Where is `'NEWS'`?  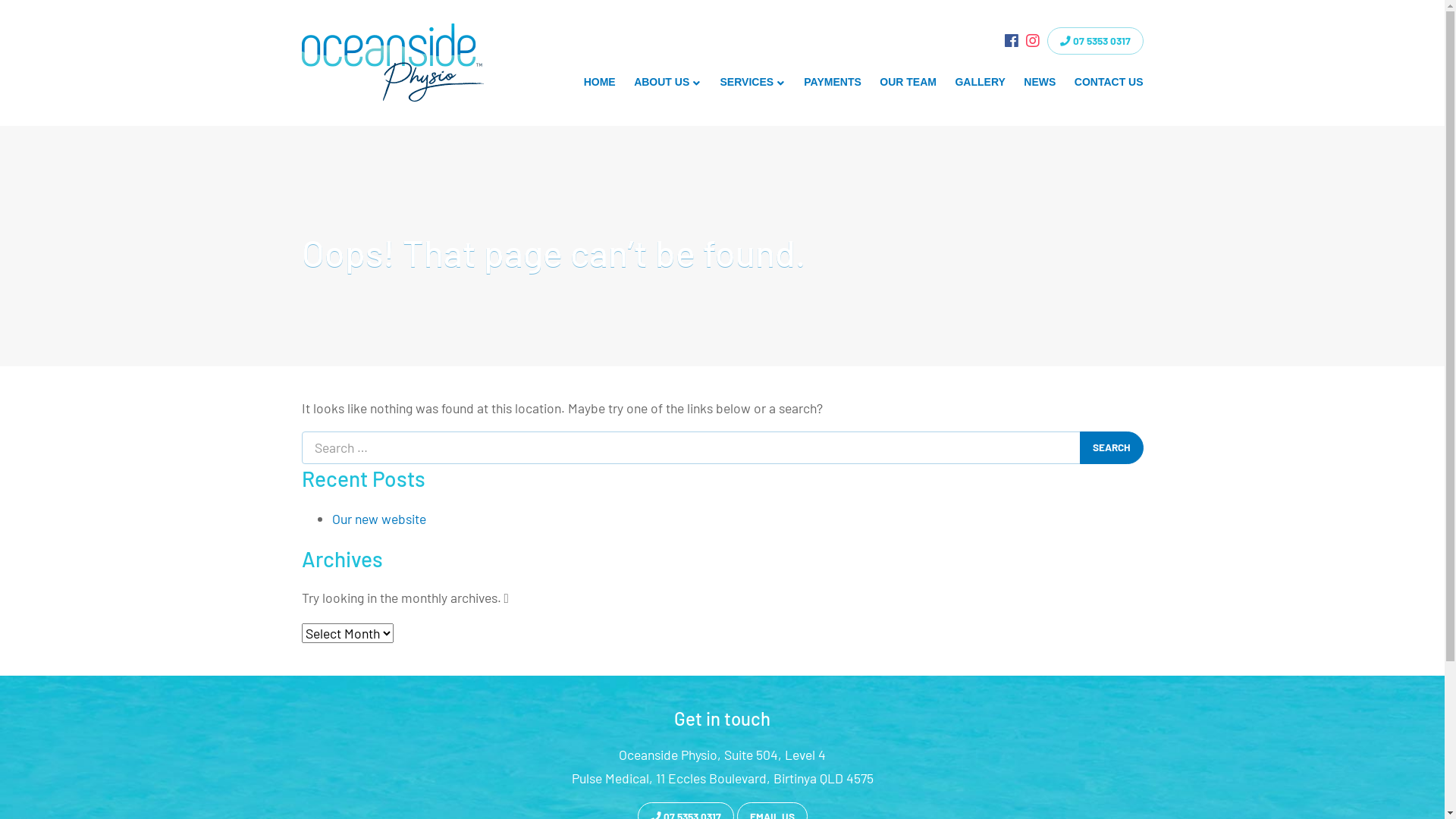 'NEWS' is located at coordinates (1039, 82).